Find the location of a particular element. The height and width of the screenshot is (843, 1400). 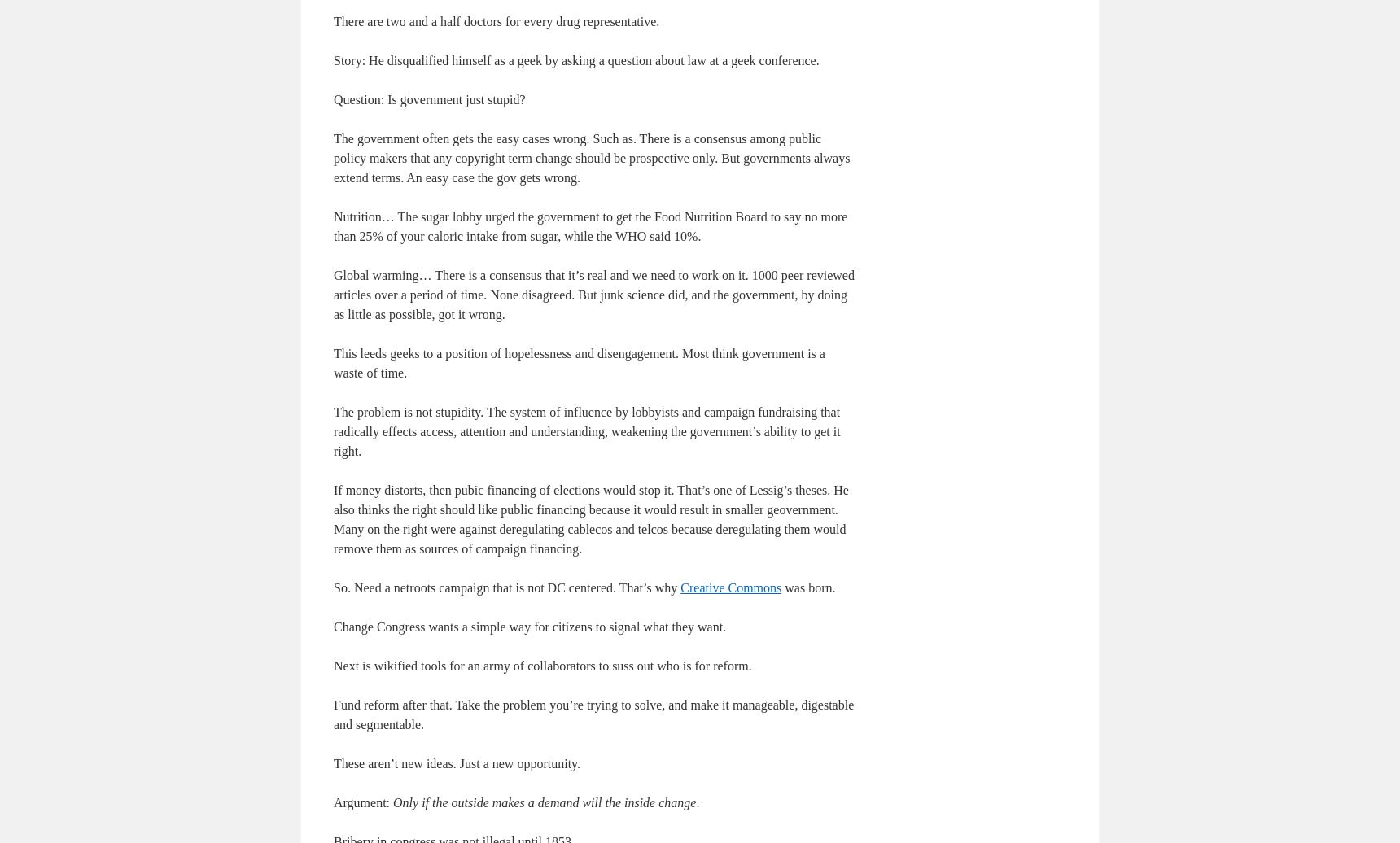

'Fund reform after that. Take the problem you’re trying to solve, and make it manageable, digestable and segmentable.' is located at coordinates (334, 714).